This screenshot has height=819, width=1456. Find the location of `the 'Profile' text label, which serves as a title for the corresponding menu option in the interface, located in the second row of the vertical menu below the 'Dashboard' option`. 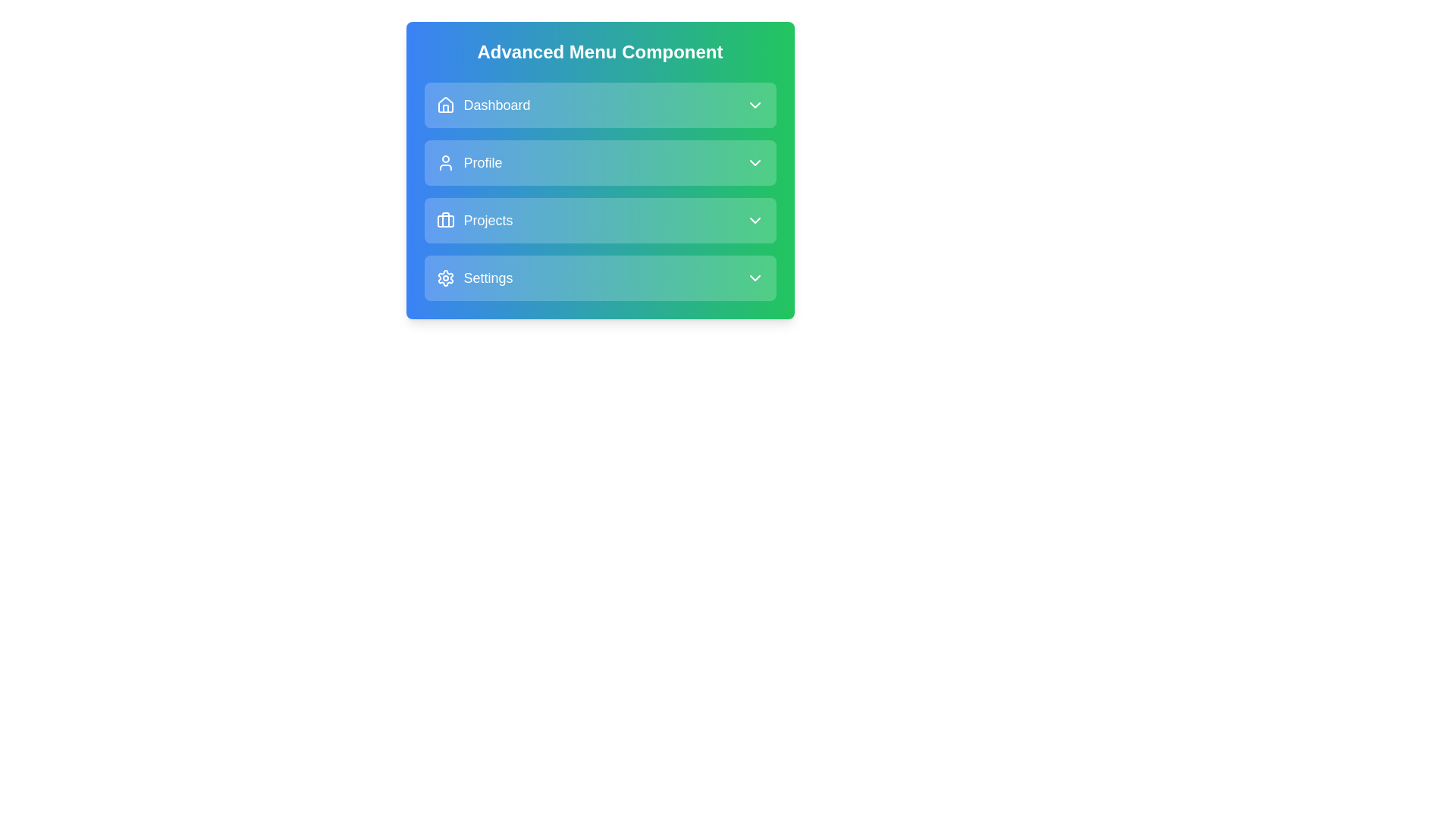

the 'Profile' text label, which serves as a title for the corresponding menu option in the interface, located in the second row of the vertical menu below the 'Dashboard' option is located at coordinates (482, 163).